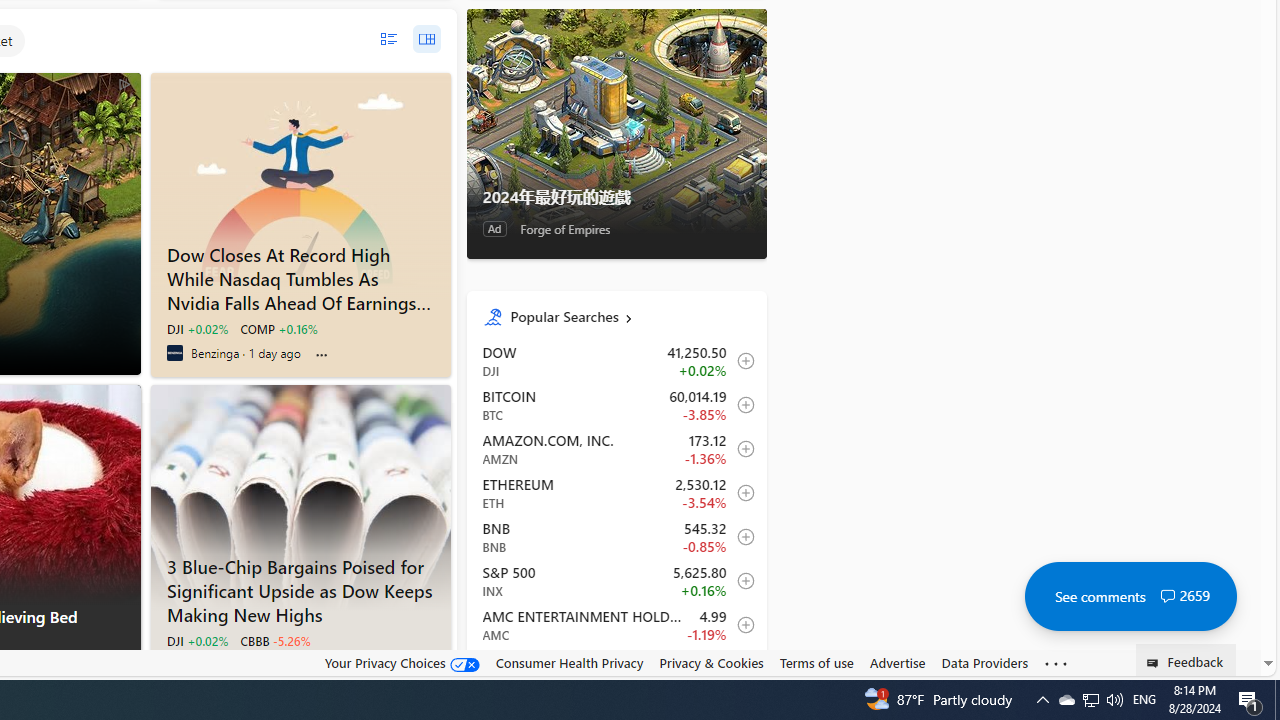  I want to click on 'grid layout', so click(425, 39).